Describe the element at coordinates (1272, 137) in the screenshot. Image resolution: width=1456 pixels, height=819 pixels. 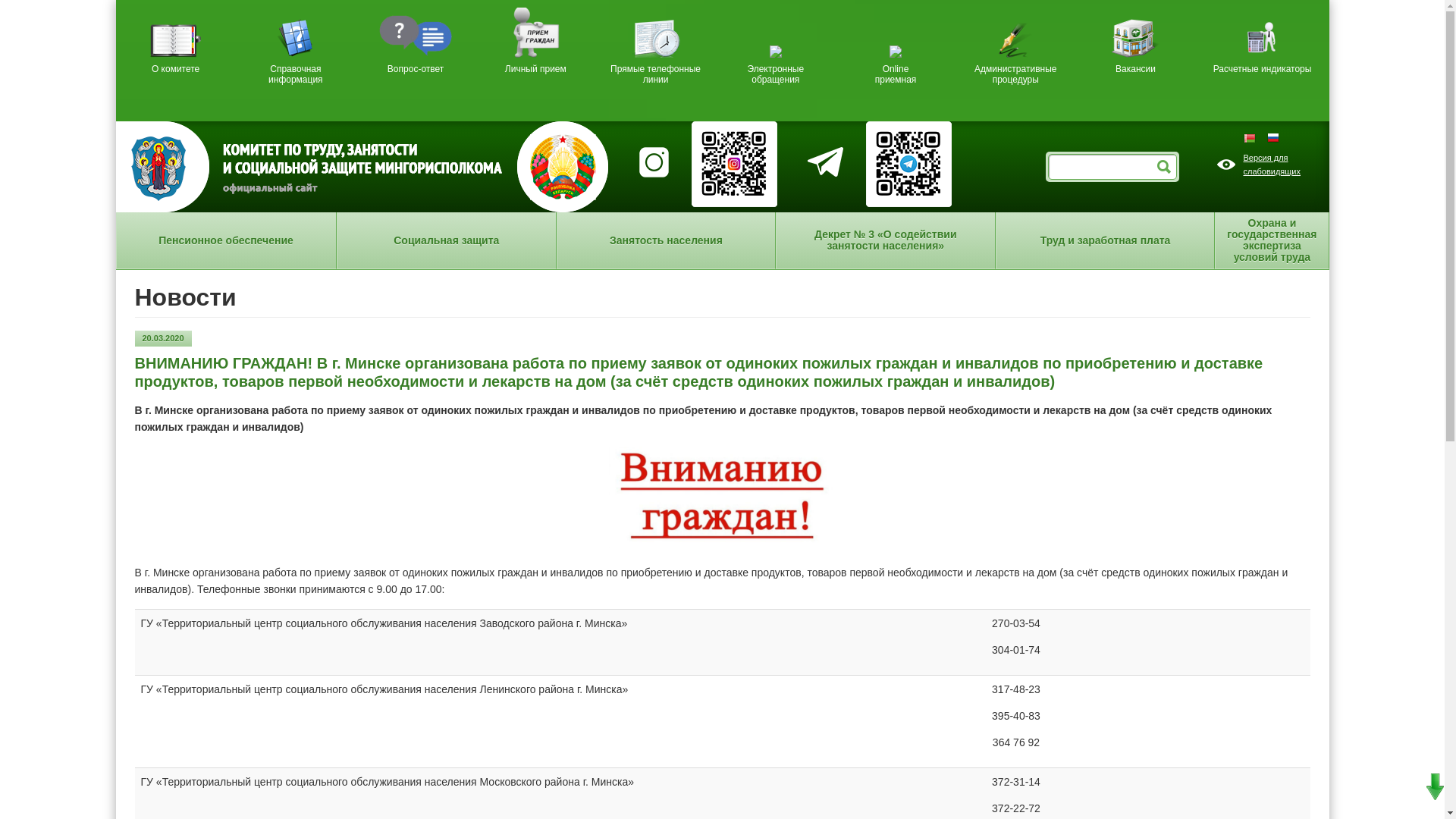
I see `'Russian'` at that location.